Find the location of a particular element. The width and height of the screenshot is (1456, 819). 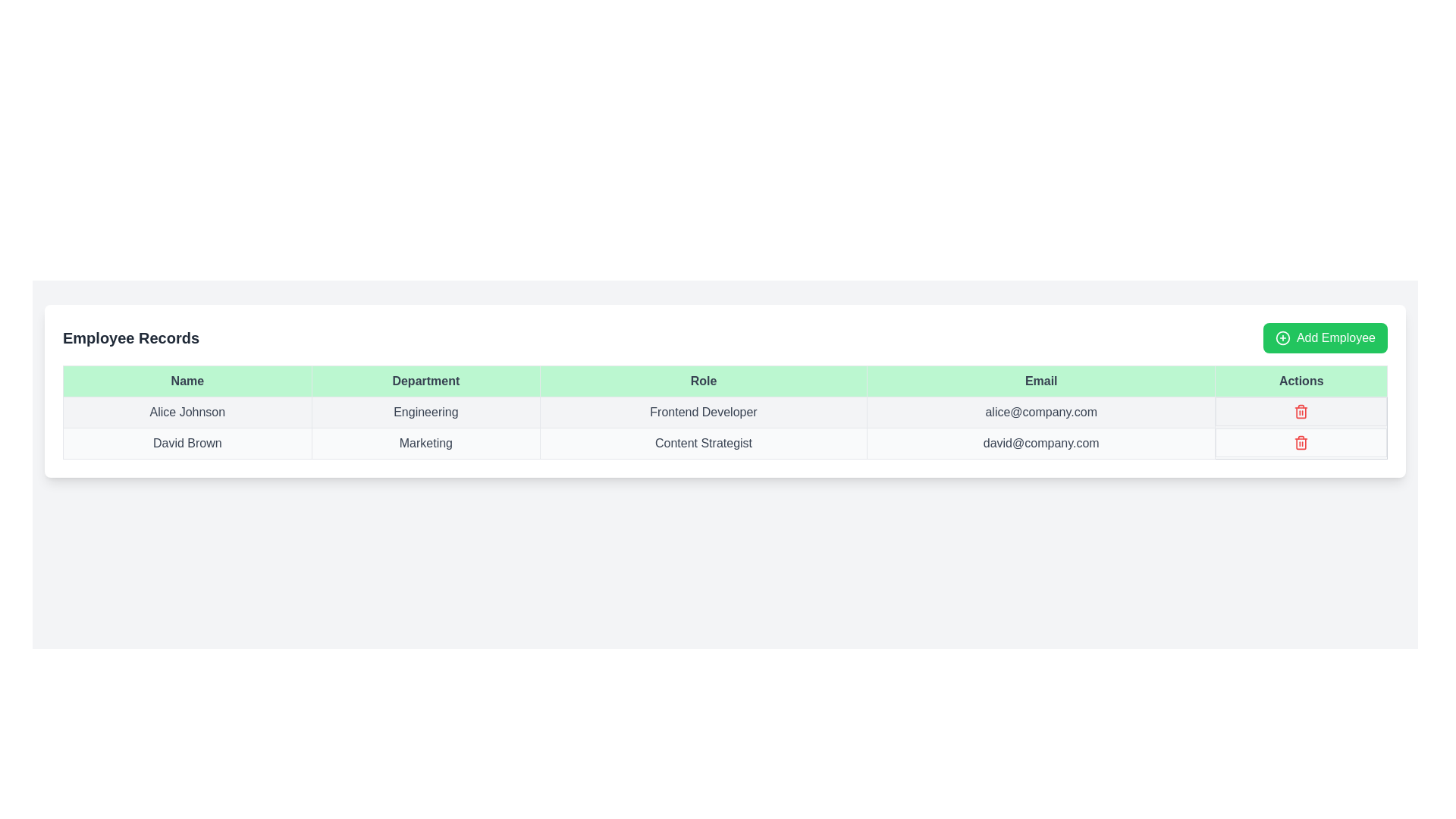

the button located in the top-right corner of the 'Employee Records' section header is located at coordinates (1324, 337).